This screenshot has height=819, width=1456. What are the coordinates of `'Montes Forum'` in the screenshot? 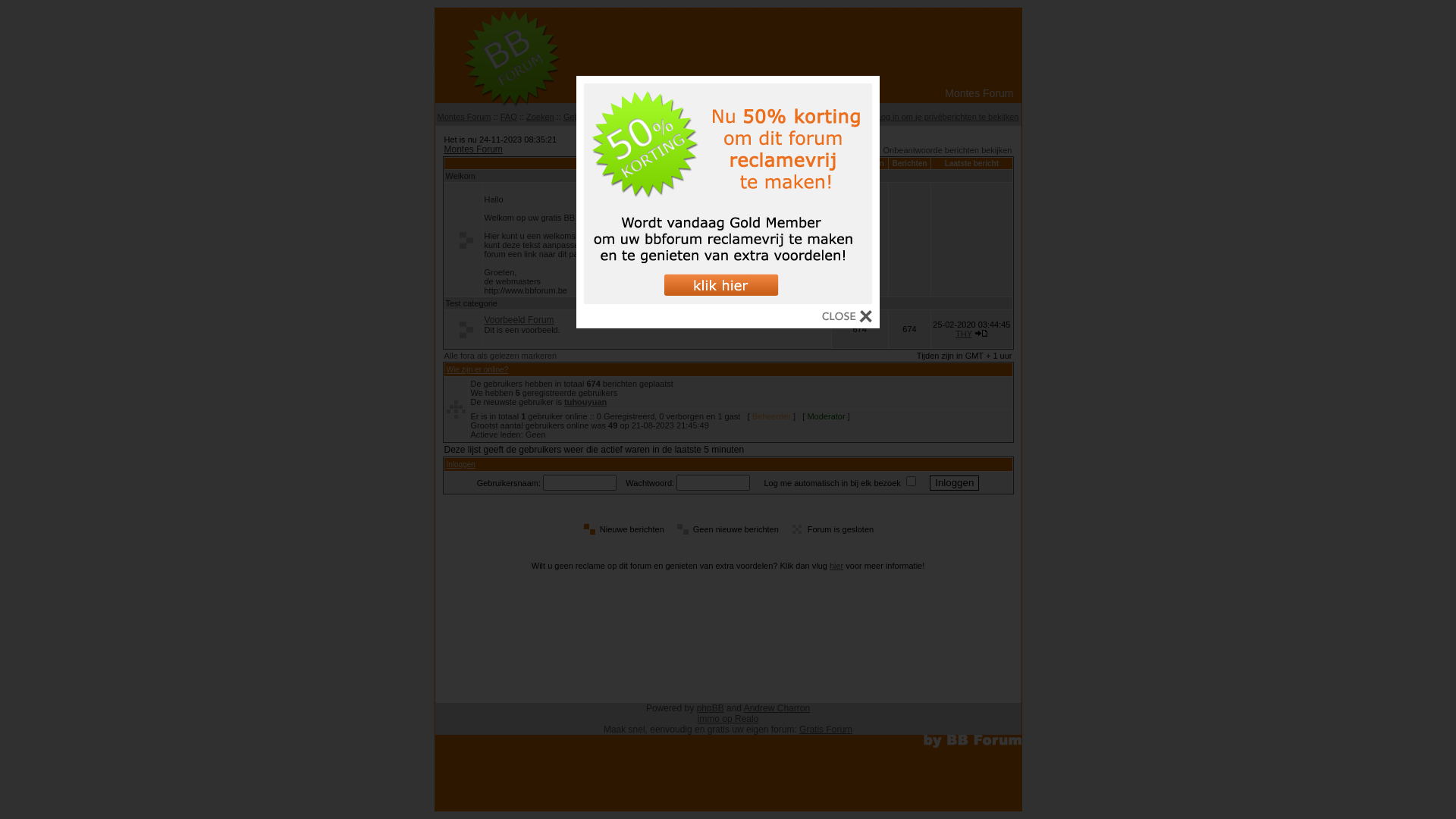 It's located at (472, 149).